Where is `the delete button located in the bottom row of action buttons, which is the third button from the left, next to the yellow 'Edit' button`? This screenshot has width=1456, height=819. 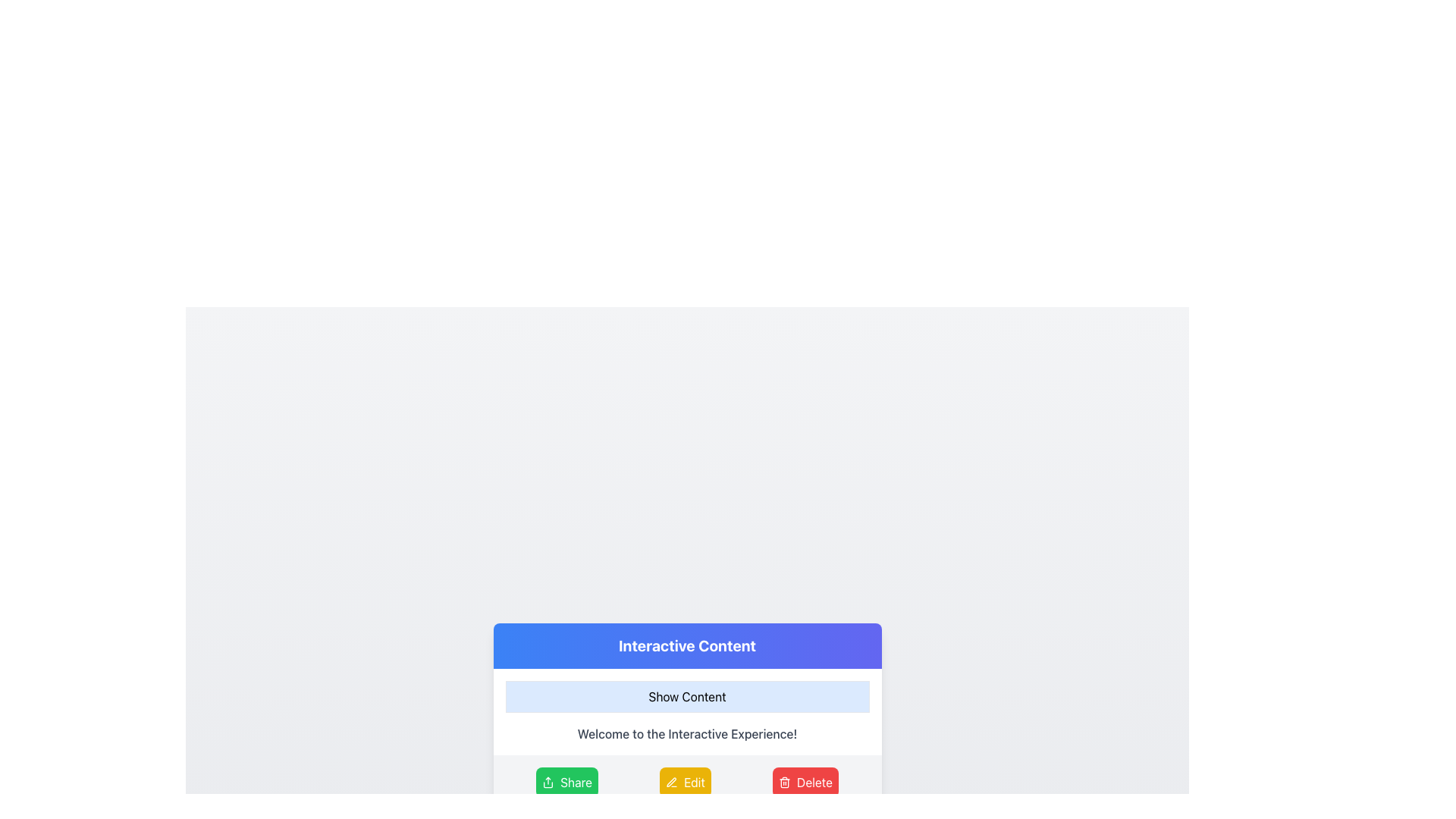 the delete button located in the bottom row of action buttons, which is the third button from the left, next to the yellow 'Edit' button is located at coordinates (814, 783).